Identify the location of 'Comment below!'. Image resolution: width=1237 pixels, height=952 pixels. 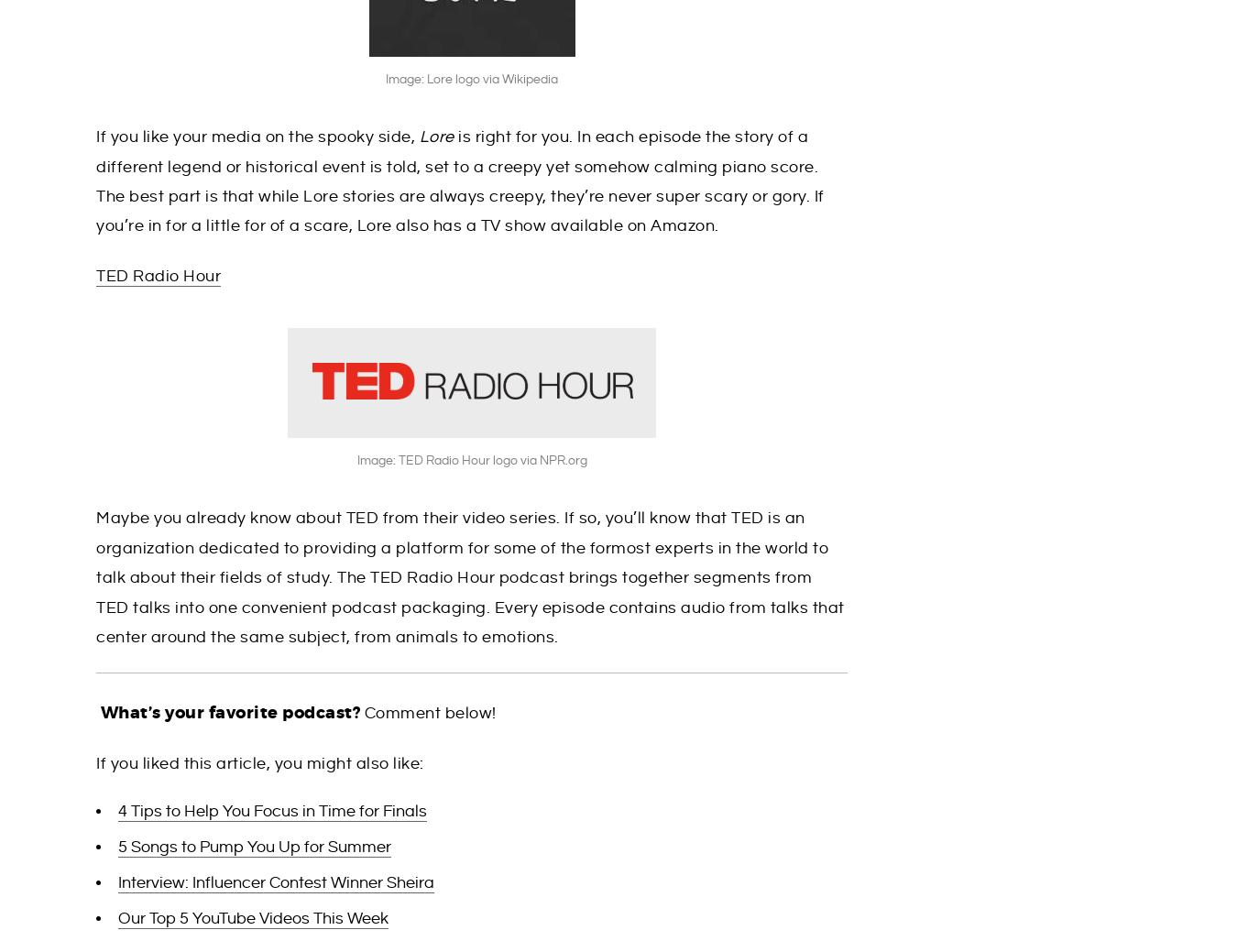
(359, 712).